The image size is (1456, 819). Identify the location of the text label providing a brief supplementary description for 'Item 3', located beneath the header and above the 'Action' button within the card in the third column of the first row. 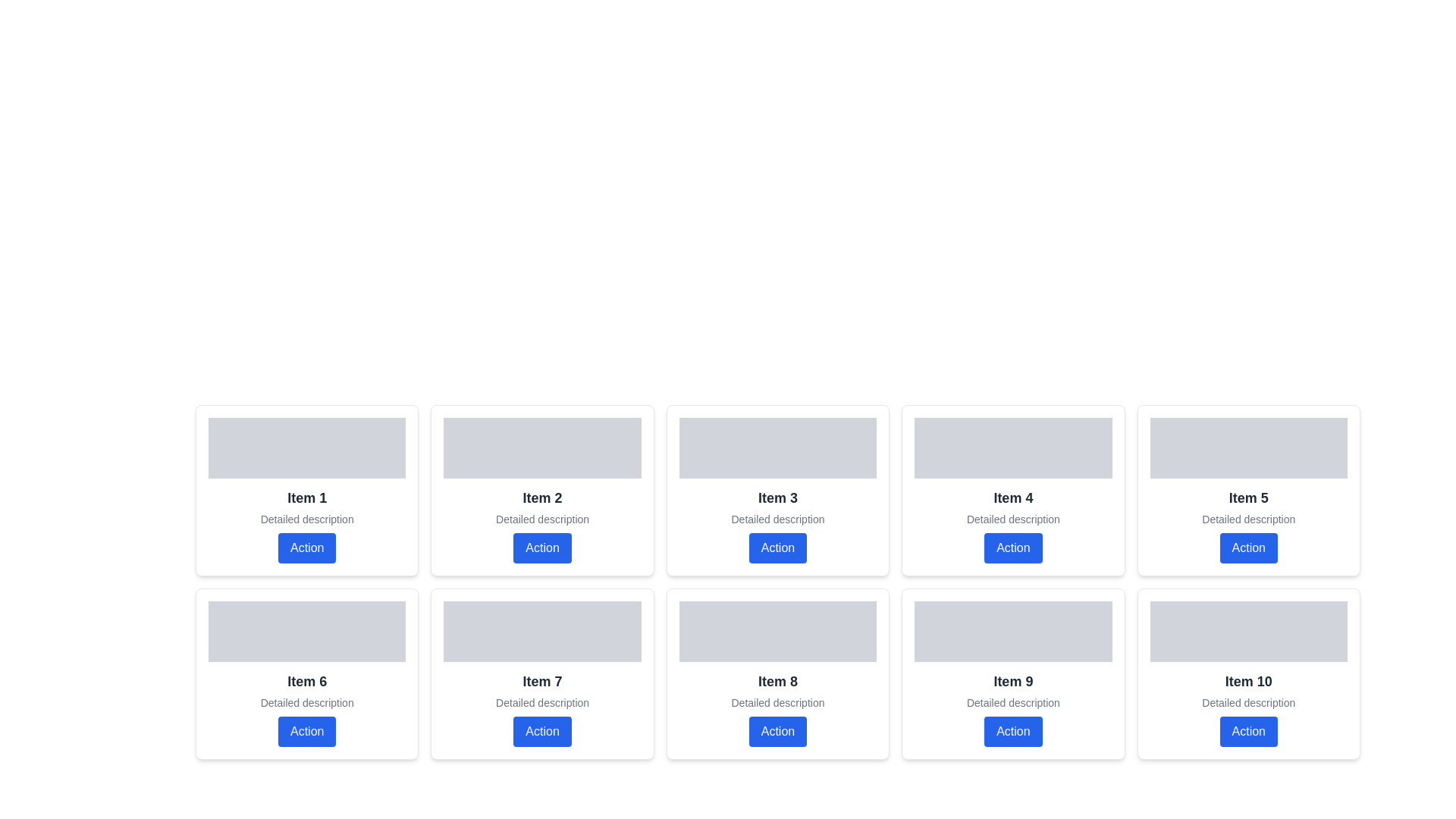
(778, 519).